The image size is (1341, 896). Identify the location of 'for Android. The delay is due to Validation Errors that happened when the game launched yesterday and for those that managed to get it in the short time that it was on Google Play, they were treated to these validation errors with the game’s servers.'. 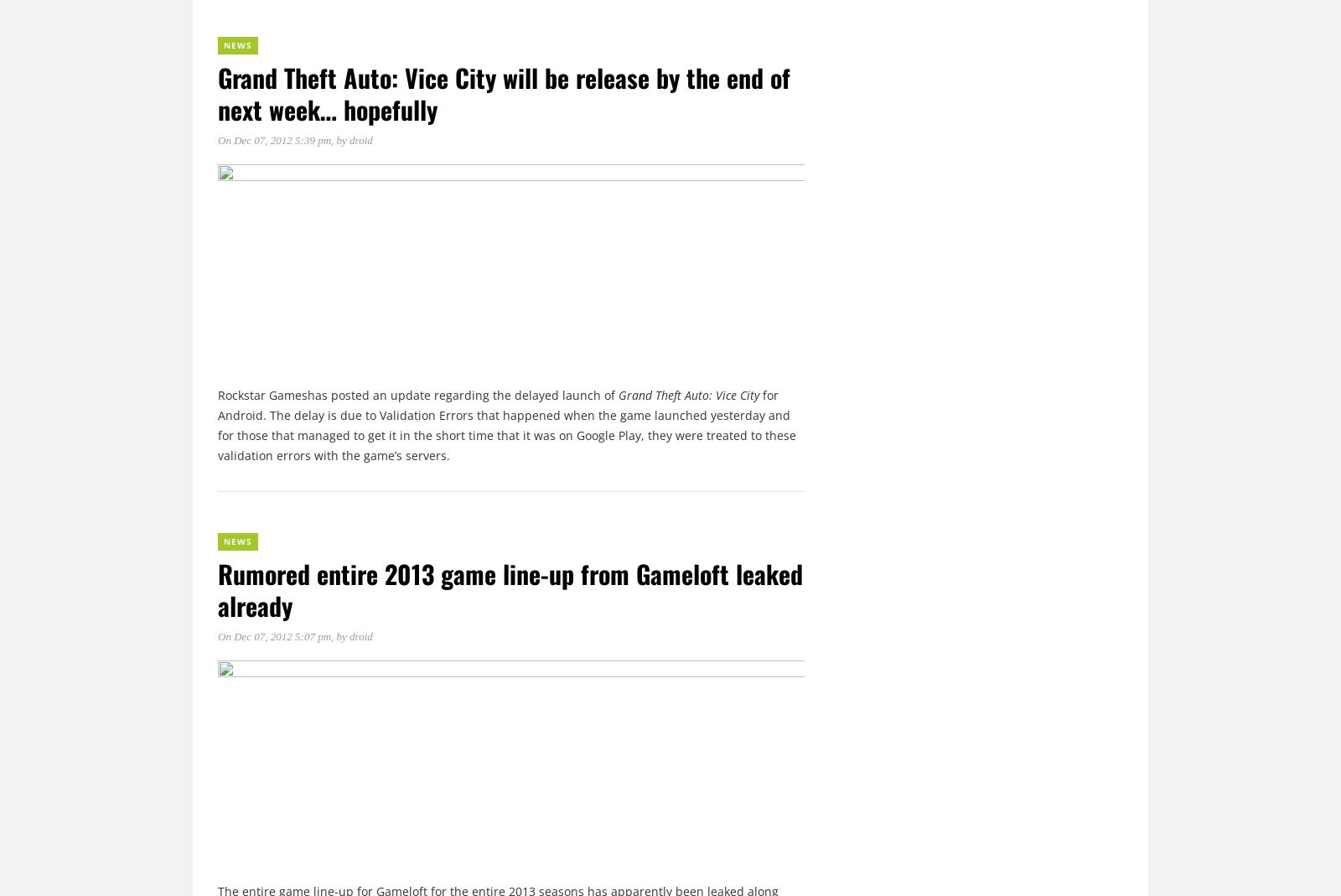
(506, 423).